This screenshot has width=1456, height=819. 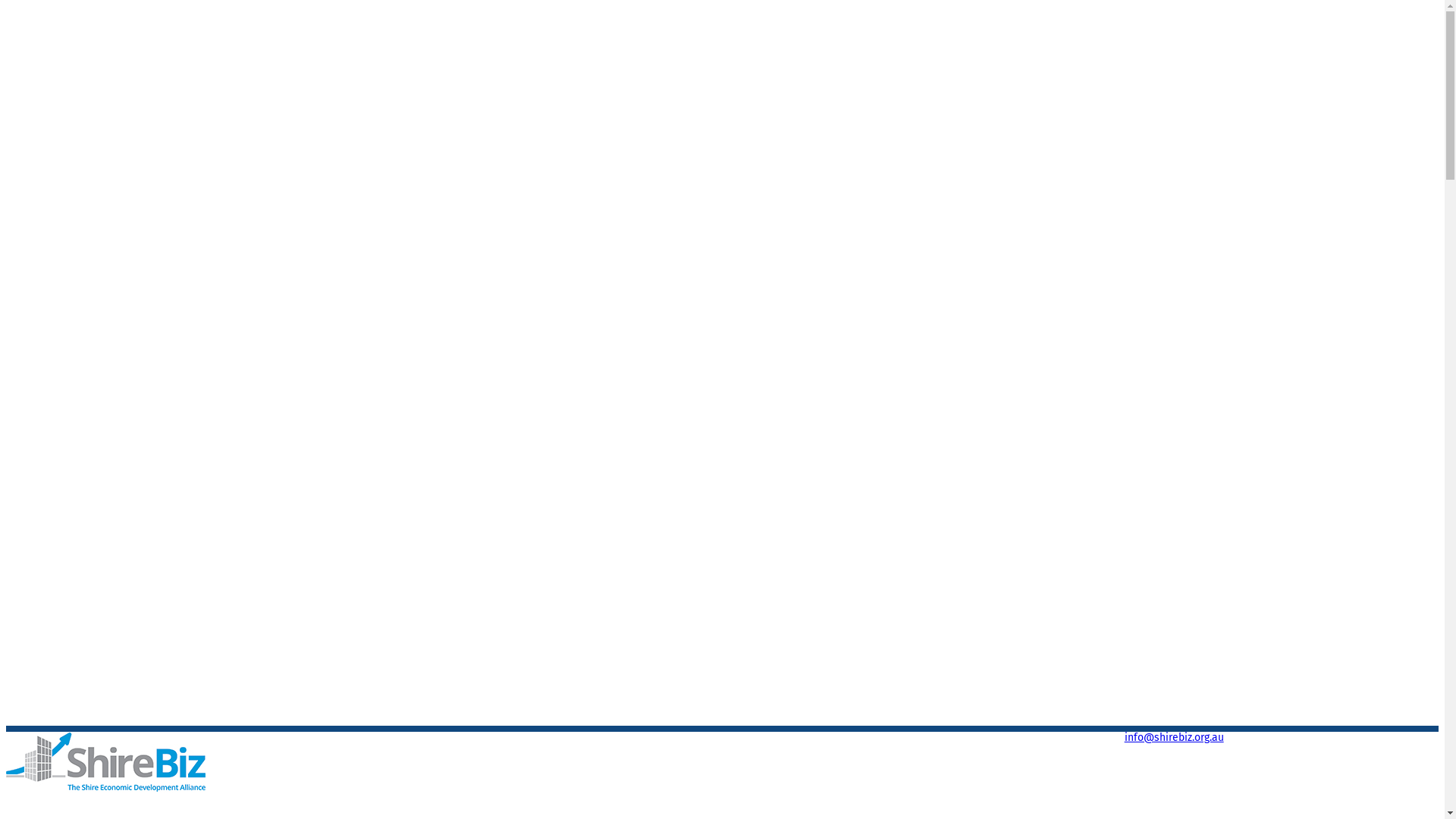 What do you see at coordinates (1173, 736) in the screenshot?
I see `'info@shirebiz.org.au'` at bounding box center [1173, 736].